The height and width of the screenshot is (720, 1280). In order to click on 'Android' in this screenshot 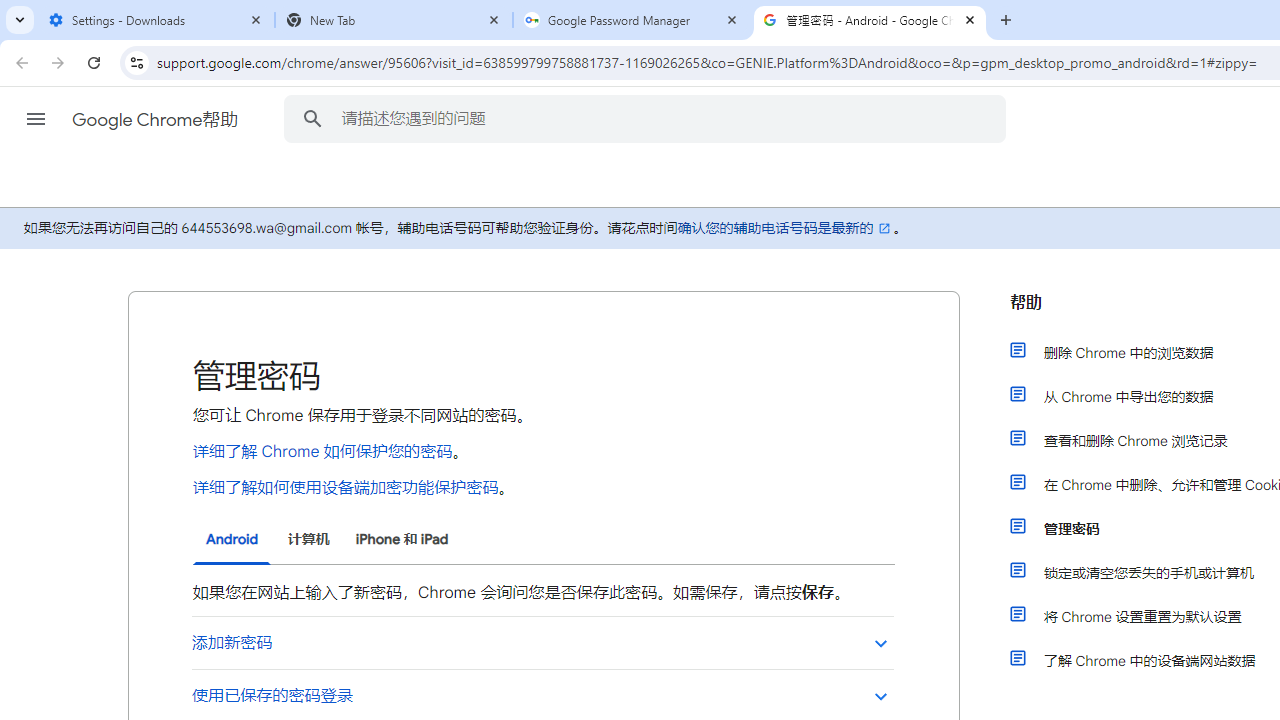, I will do `click(232, 540)`.